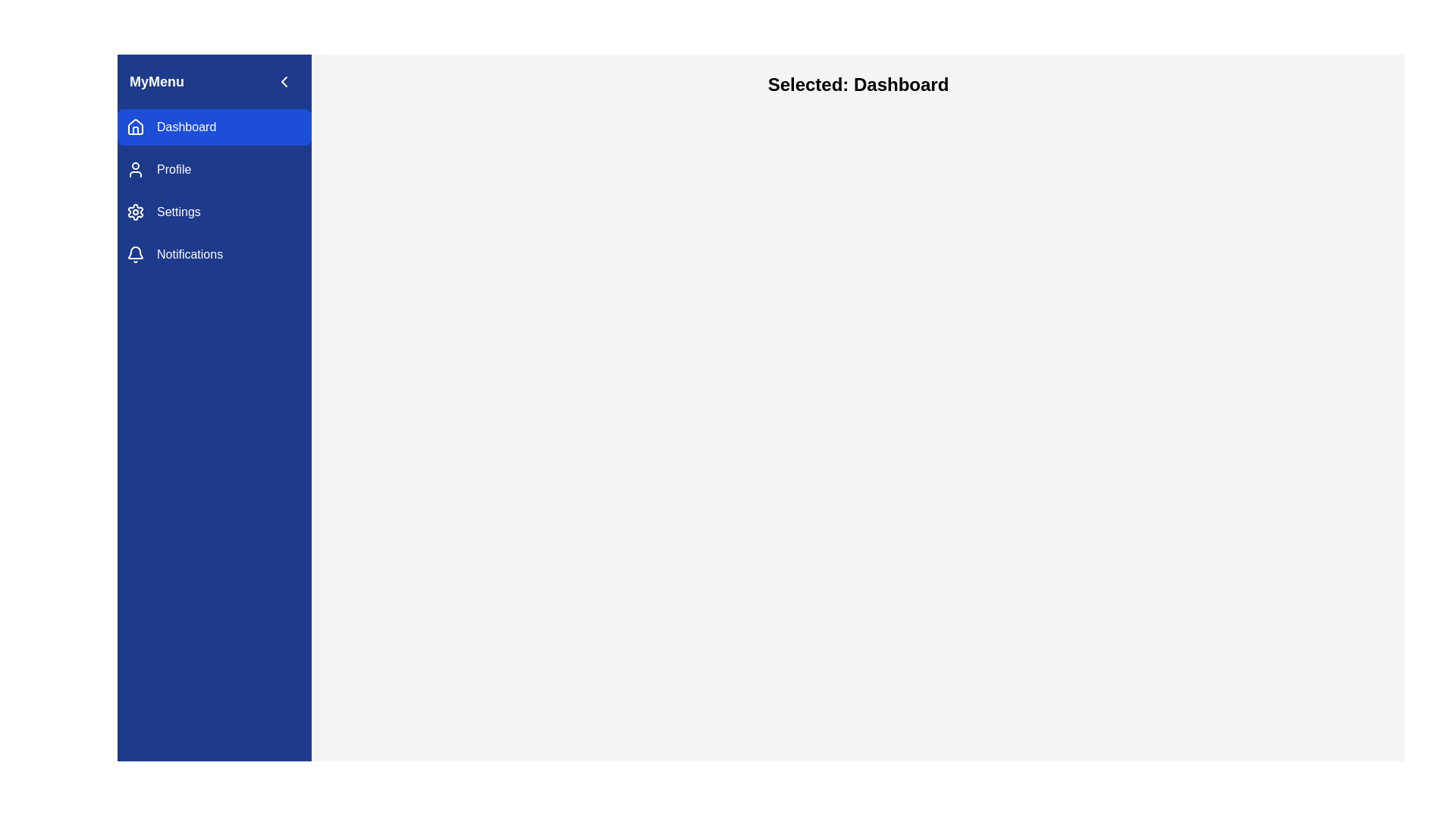 The width and height of the screenshot is (1456, 819). I want to click on the navigation icon located in the top-right corner of the blue sidebar menu, adjacent to the 'MyMenu' text, to indicate a collapse or expand action, so click(284, 82).